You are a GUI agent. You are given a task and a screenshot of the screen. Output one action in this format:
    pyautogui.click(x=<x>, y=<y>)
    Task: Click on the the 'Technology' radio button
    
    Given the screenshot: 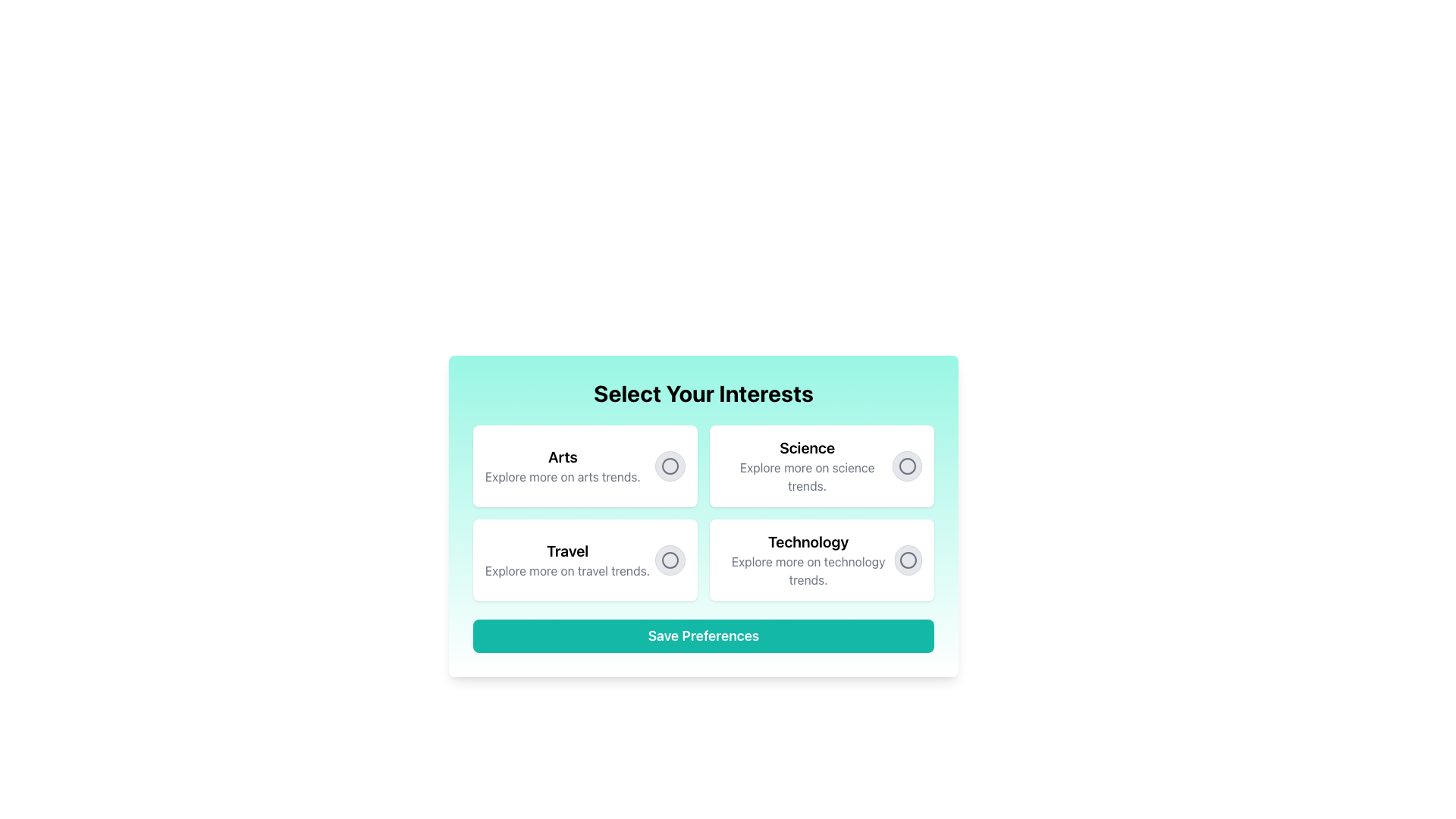 What is the action you would take?
    pyautogui.click(x=908, y=560)
    